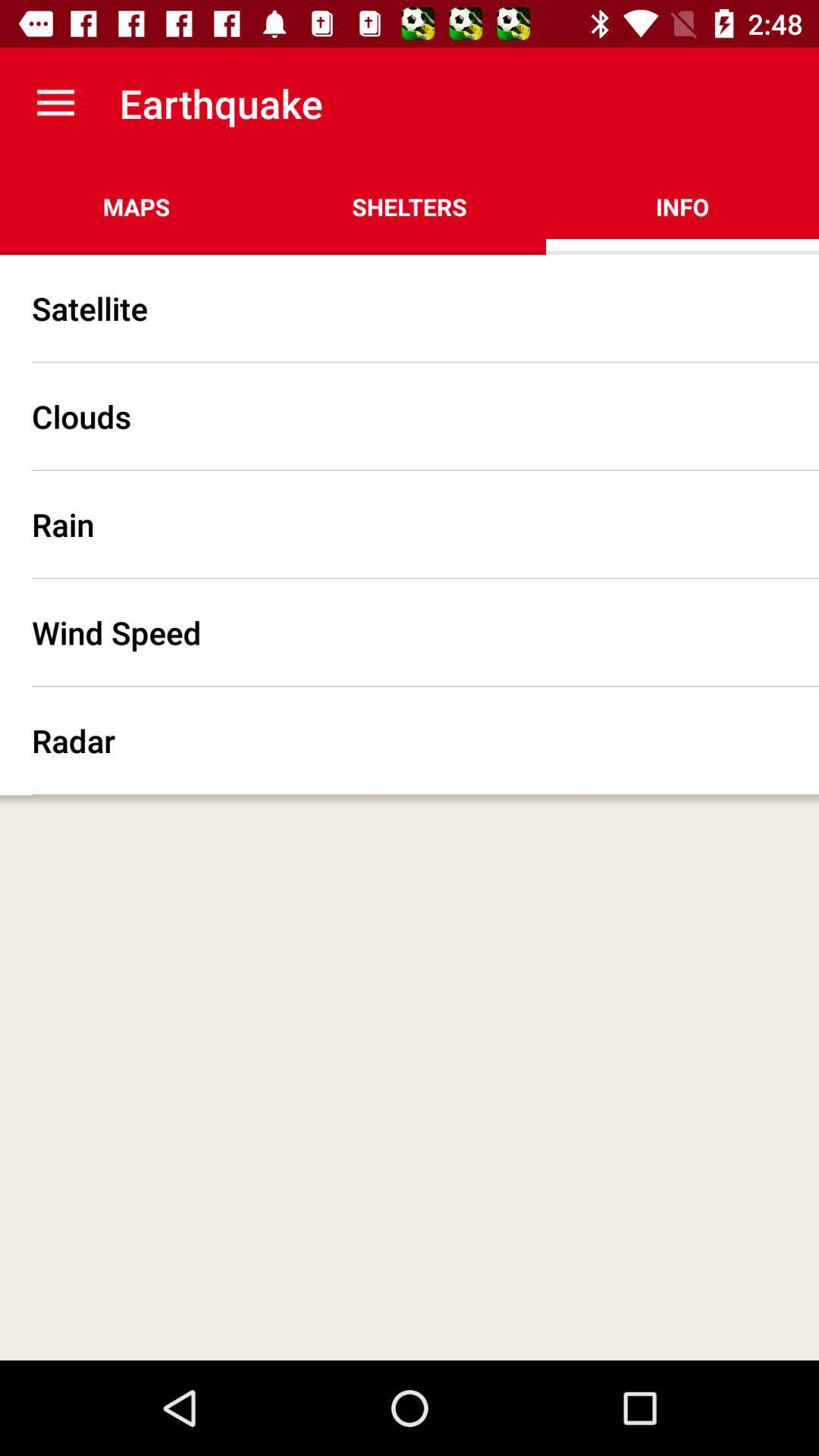 This screenshot has width=819, height=1456. Describe the element at coordinates (409, 206) in the screenshot. I see `the icon to the right of the maps` at that location.